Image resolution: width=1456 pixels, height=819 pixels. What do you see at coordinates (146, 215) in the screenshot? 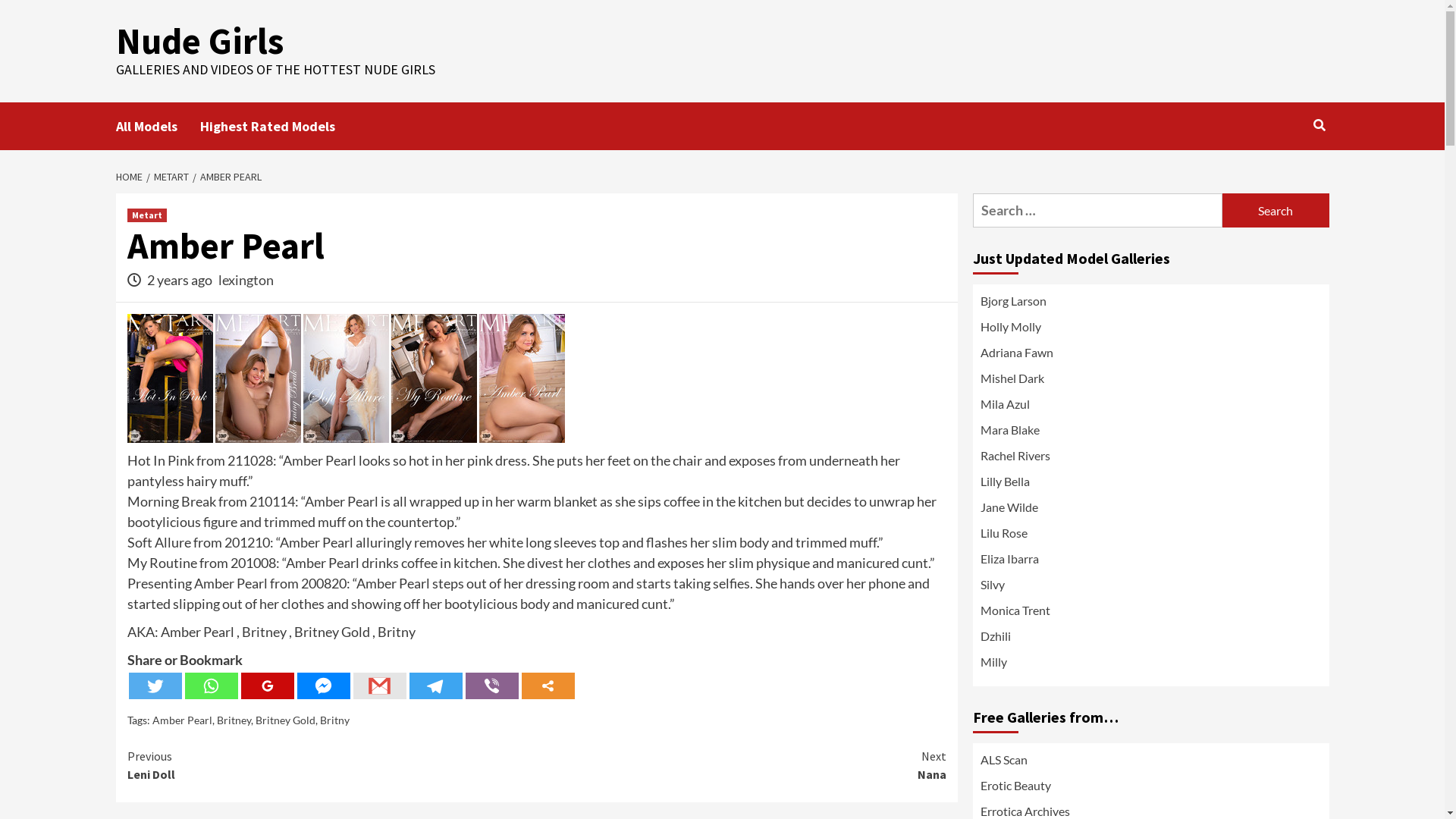
I see `'Metart'` at bounding box center [146, 215].